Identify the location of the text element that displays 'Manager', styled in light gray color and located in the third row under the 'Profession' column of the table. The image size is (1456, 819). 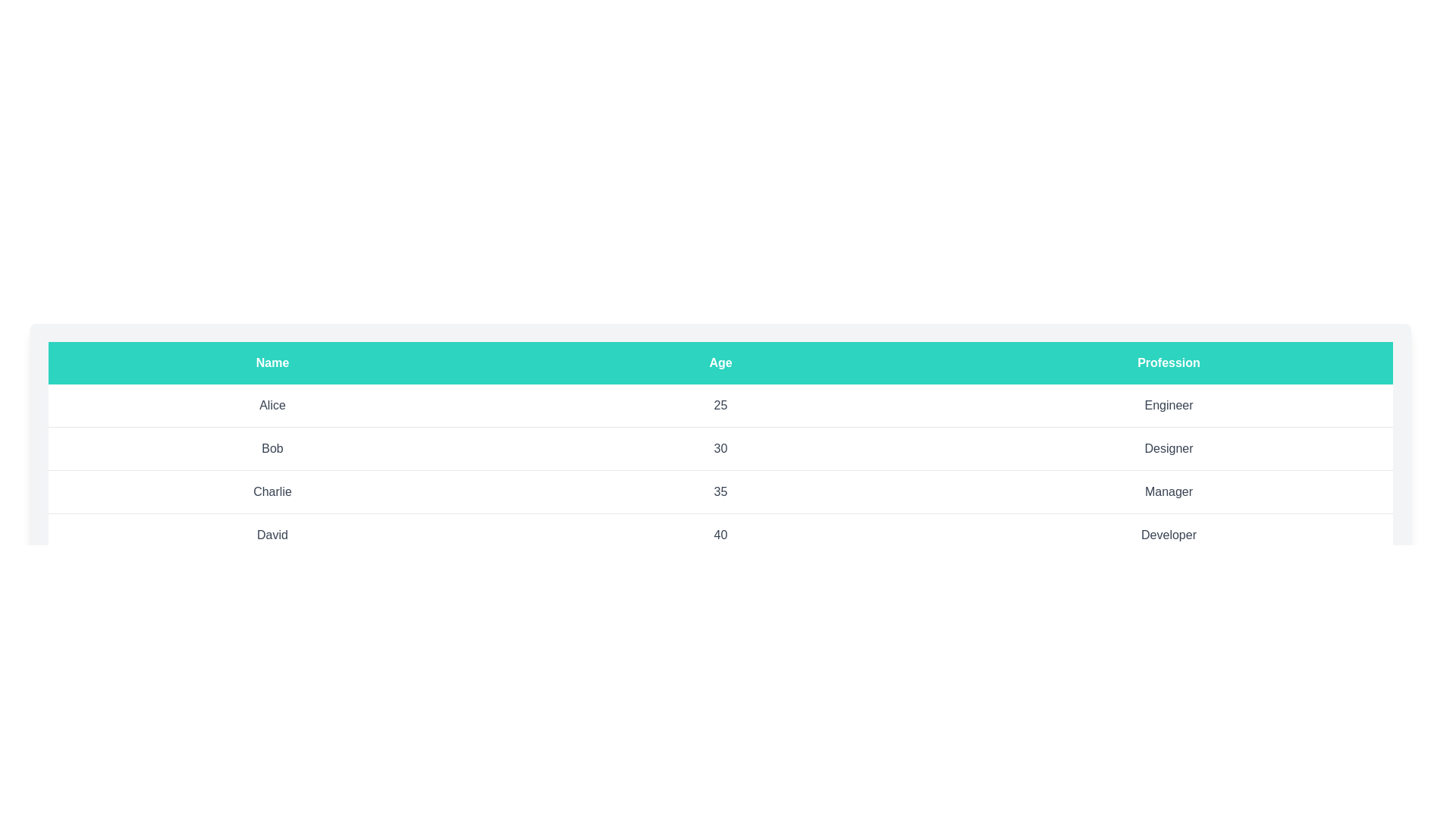
(1168, 491).